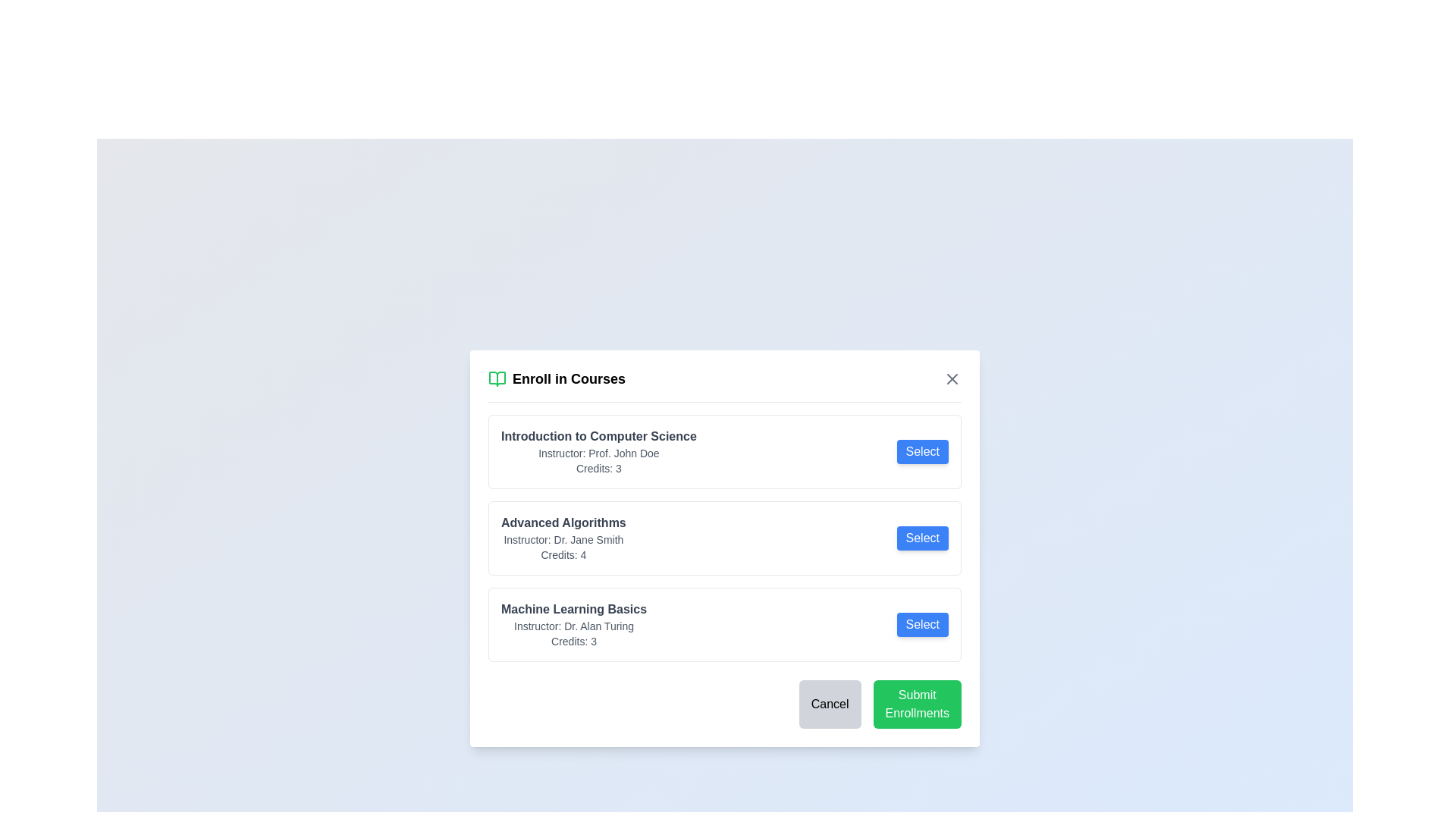  What do you see at coordinates (921, 624) in the screenshot?
I see `the 'Select' button, which is a rectangular button with rounded corners and a blue background, located at the bottom of the course details for 'Machine Learning Basics'` at bounding box center [921, 624].